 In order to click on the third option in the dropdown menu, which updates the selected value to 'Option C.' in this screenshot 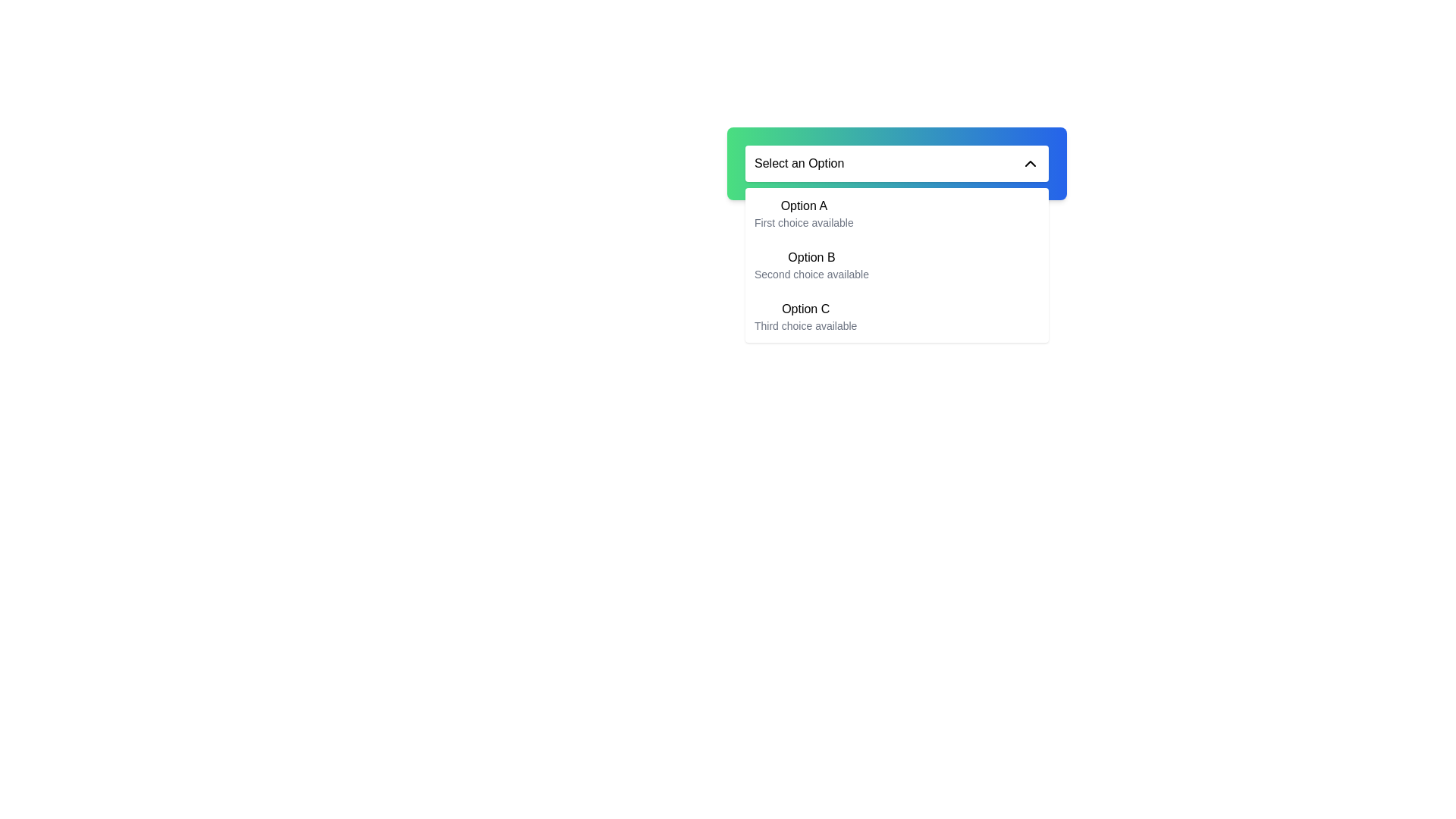, I will do `click(896, 315)`.